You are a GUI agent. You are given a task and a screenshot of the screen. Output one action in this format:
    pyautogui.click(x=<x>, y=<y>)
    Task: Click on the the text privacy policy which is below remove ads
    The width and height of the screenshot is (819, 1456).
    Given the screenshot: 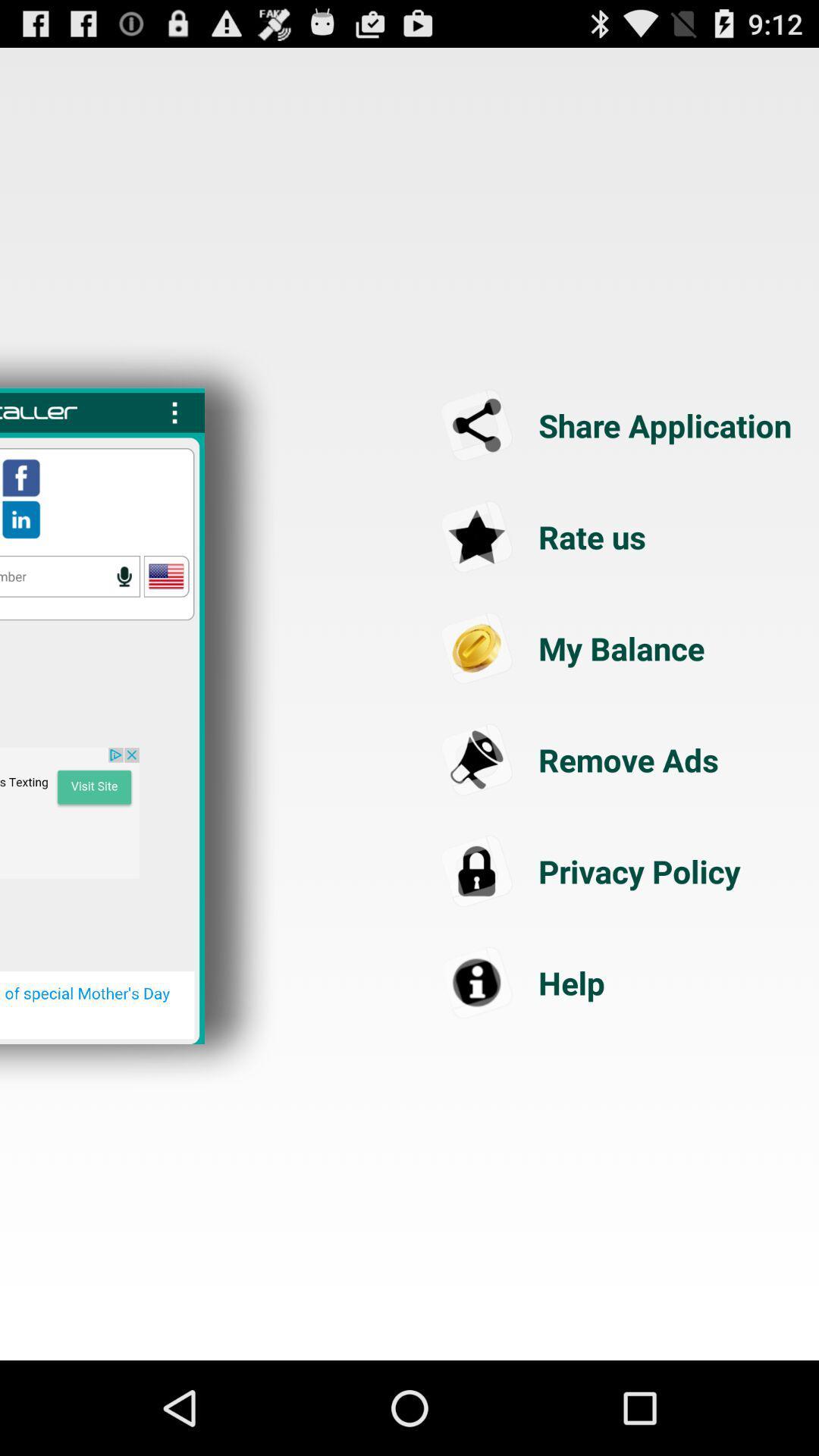 What is the action you would take?
    pyautogui.click(x=619, y=871)
    